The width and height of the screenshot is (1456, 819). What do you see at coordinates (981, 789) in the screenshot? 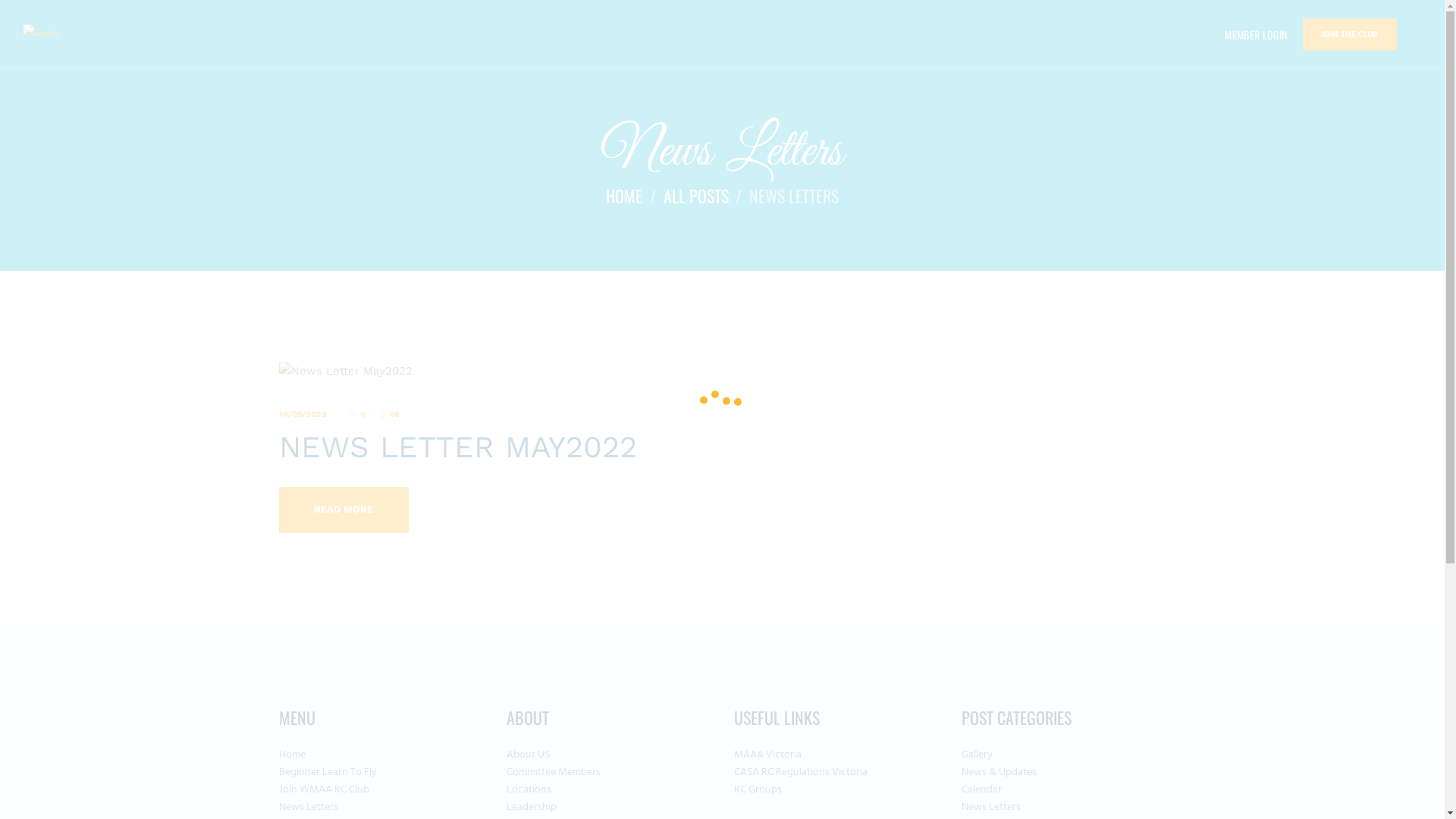
I see `'Calendar'` at bounding box center [981, 789].